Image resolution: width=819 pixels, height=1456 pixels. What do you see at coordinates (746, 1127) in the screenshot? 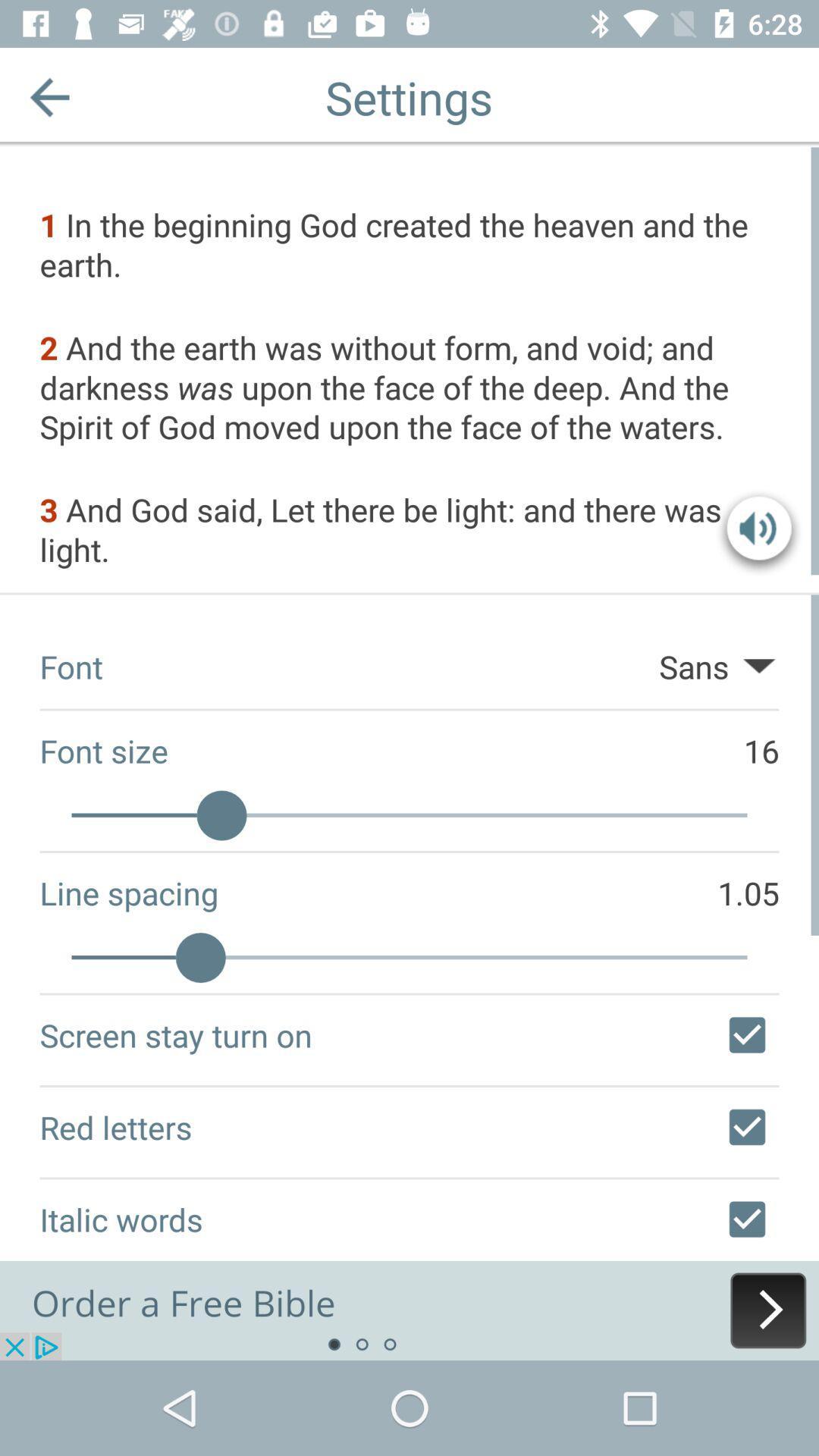
I see `unselect red letters` at bounding box center [746, 1127].